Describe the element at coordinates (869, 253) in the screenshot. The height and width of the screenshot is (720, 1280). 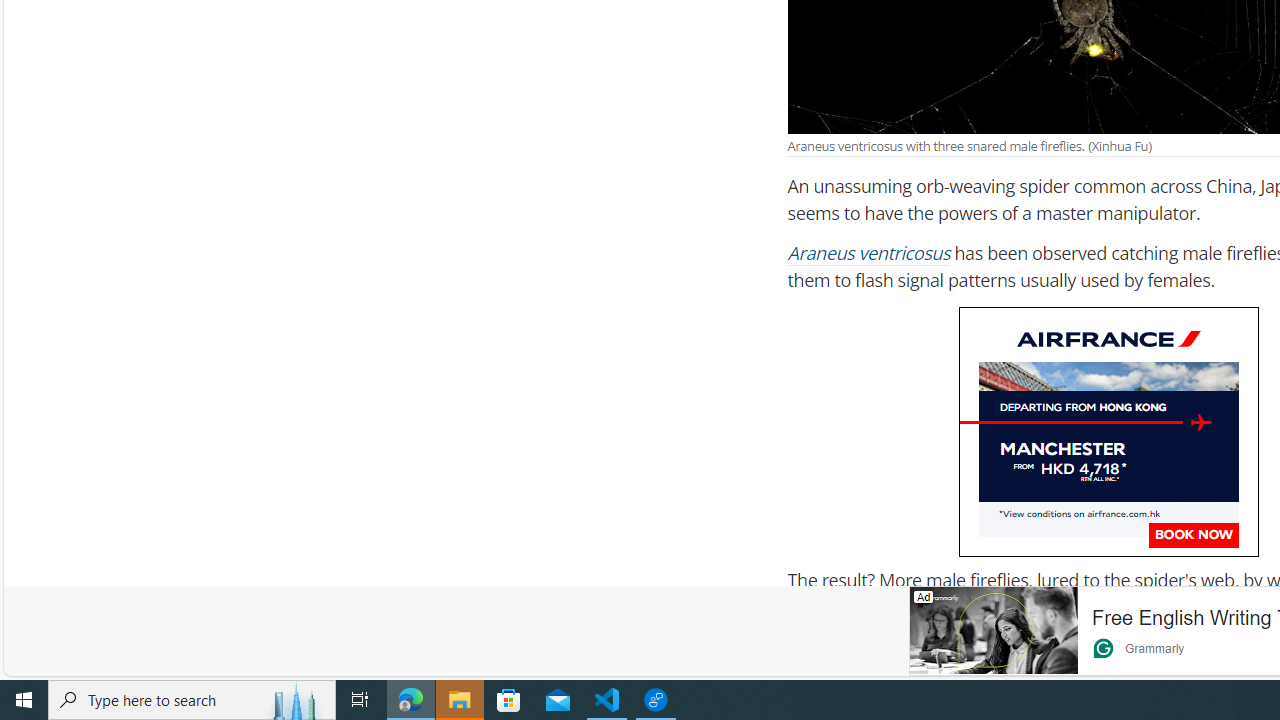
I see `'Araneus ventricosus'` at that location.